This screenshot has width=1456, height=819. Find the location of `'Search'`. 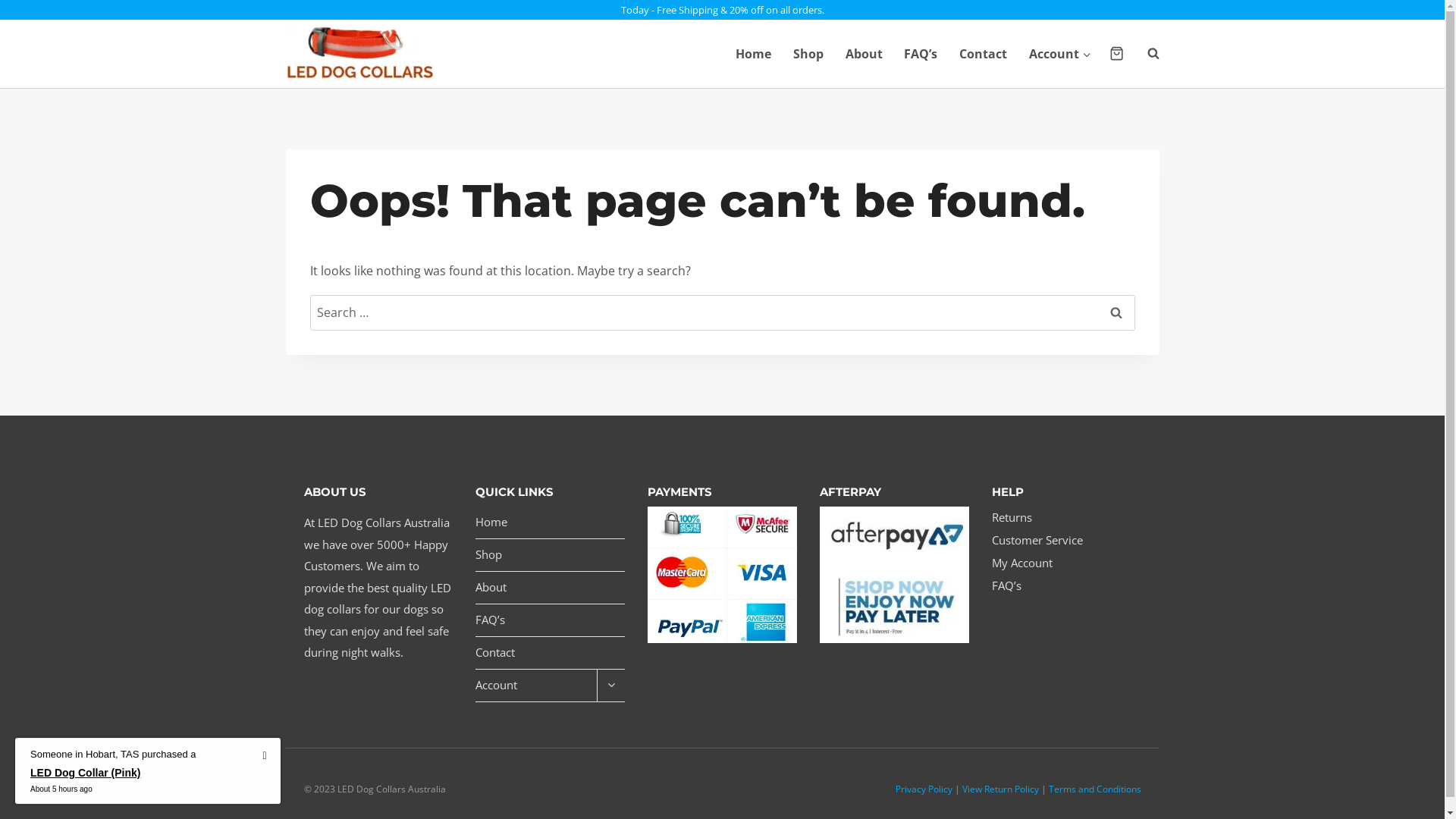

'Search' is located at coordinates (1096, 312).